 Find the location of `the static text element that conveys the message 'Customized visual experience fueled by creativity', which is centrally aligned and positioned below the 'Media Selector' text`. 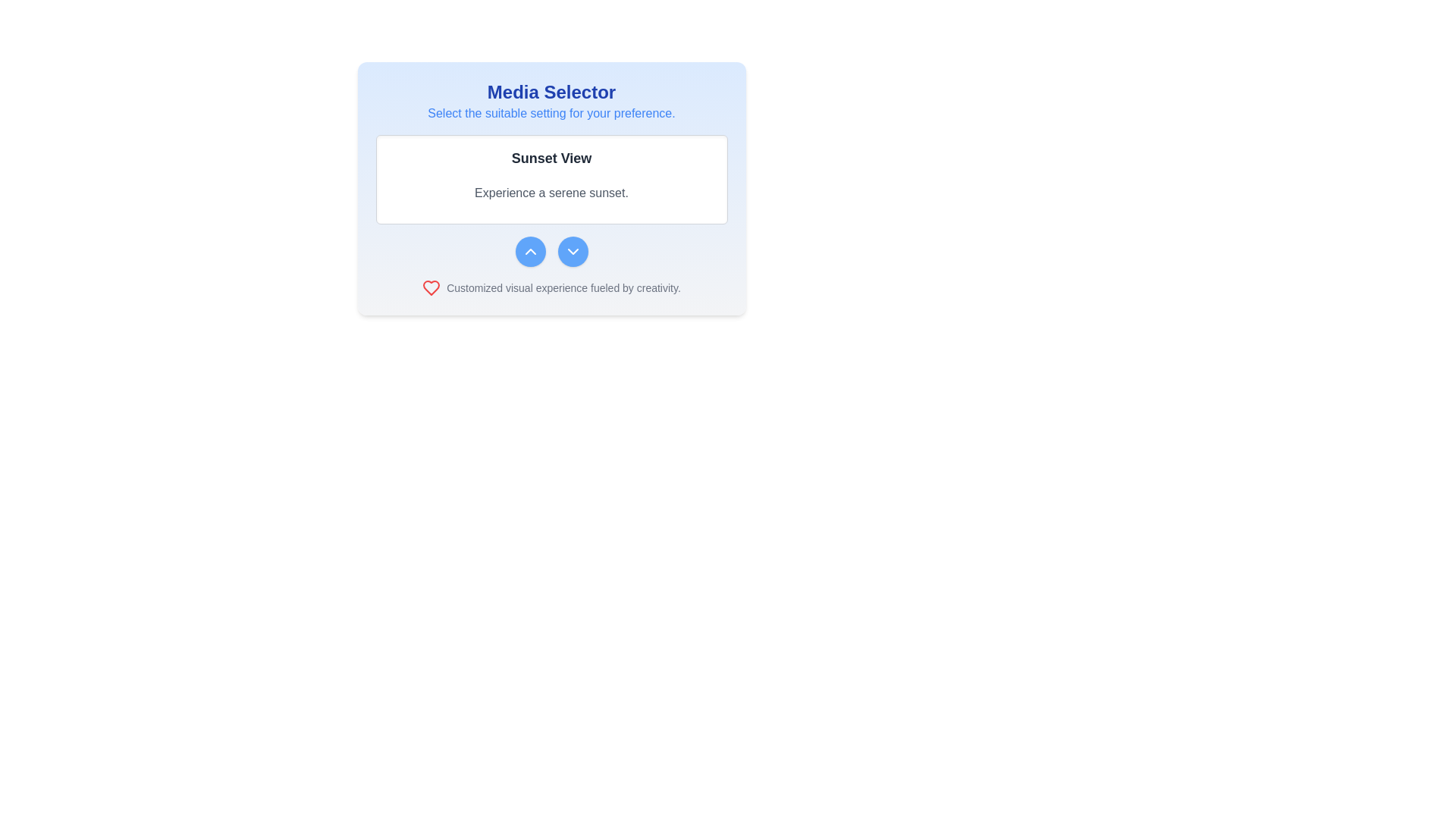

the static text element that conveys the message 'Customized visual experience fueled by creativity', which is centrally aligned and positioned below the 'Media Selector' text is located at coordinates (563, 288).